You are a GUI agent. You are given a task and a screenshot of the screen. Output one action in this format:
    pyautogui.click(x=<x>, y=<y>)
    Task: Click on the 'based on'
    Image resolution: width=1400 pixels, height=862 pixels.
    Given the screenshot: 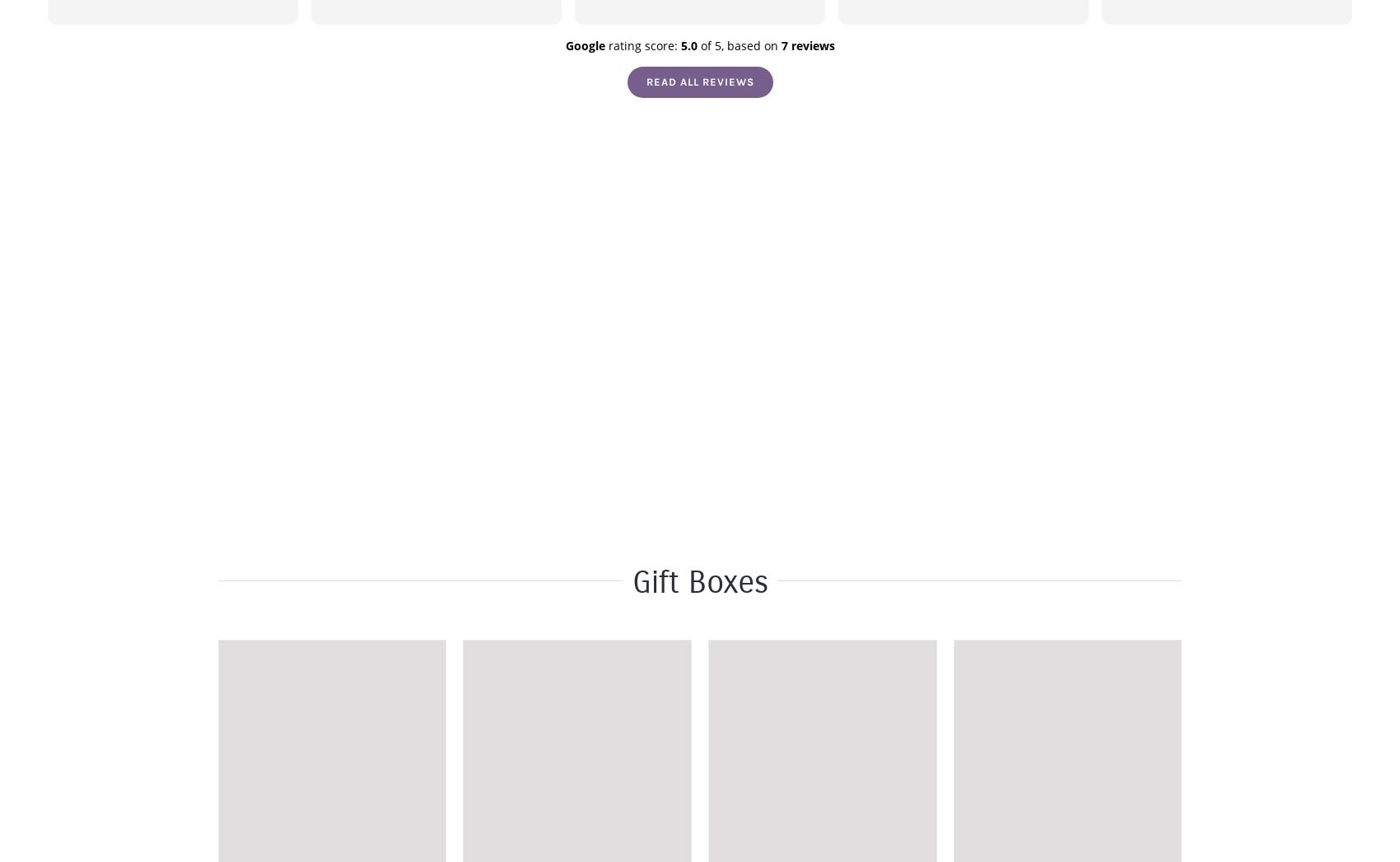 What is the action you would take?
    pyautogui.click(x=726, y=45)
    